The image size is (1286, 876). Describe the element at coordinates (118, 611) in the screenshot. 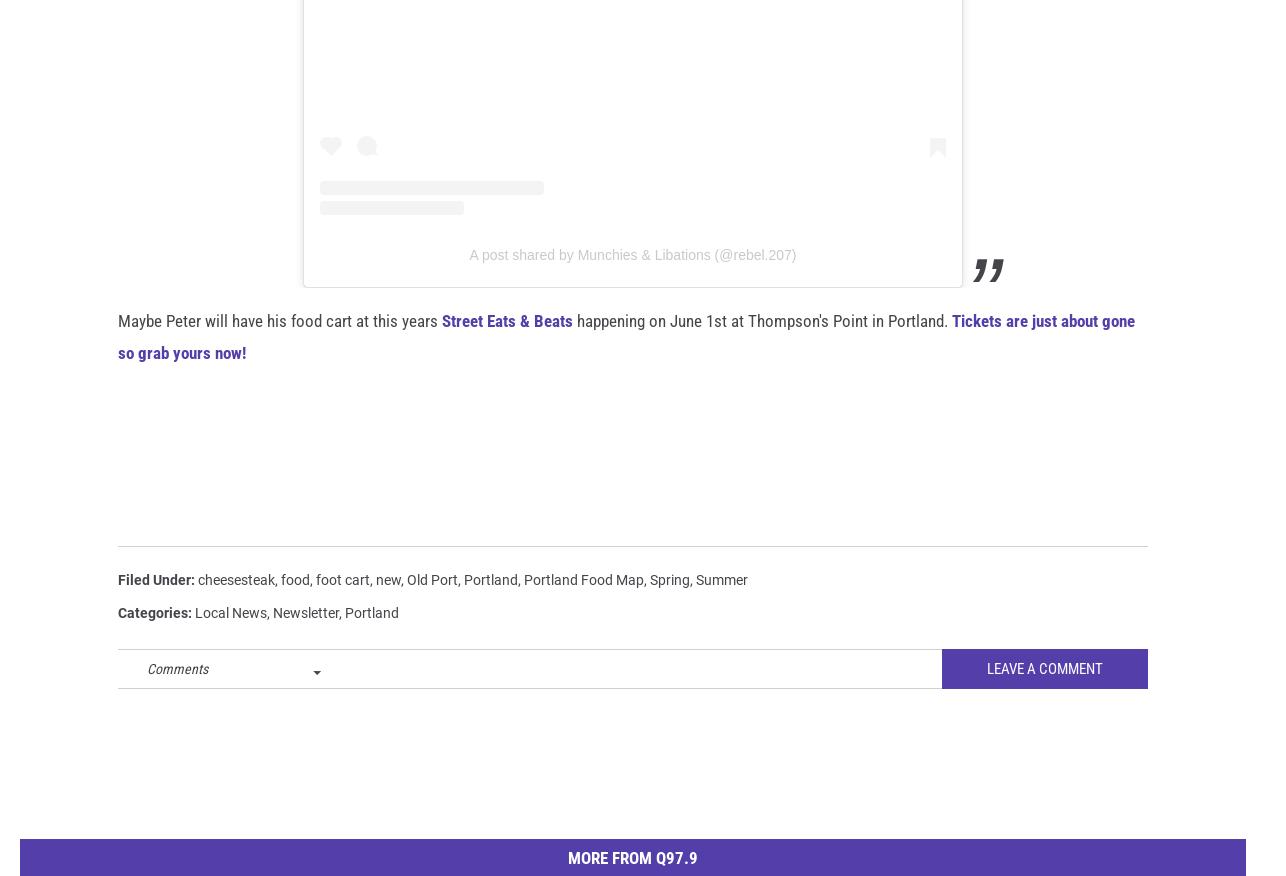

I see `'Filed Under'` at that location.